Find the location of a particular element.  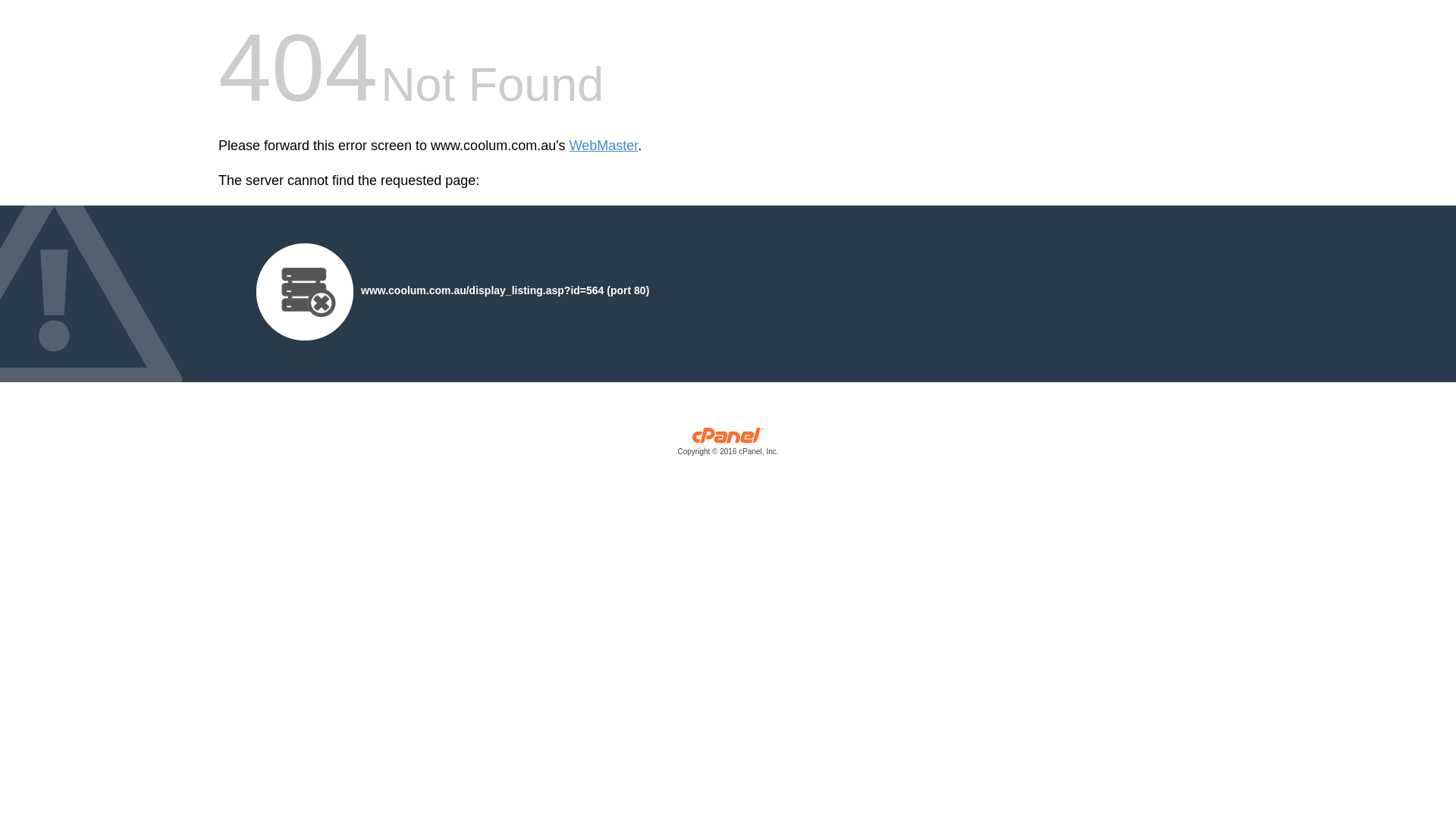

'WebMaster' is located at coordinates (603, 146).